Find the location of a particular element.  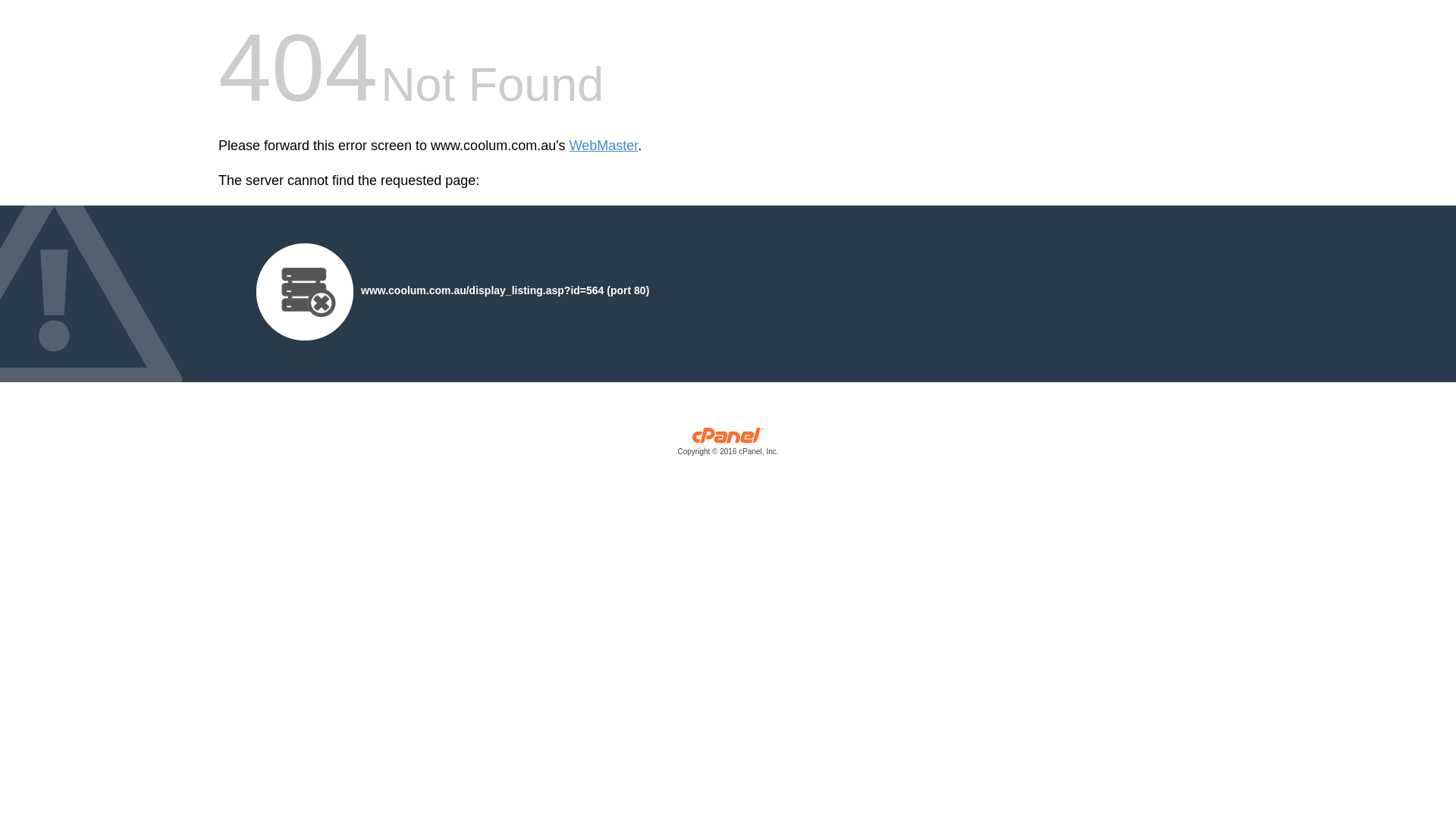

'WebMaster' is located at coordinates (603, 146).